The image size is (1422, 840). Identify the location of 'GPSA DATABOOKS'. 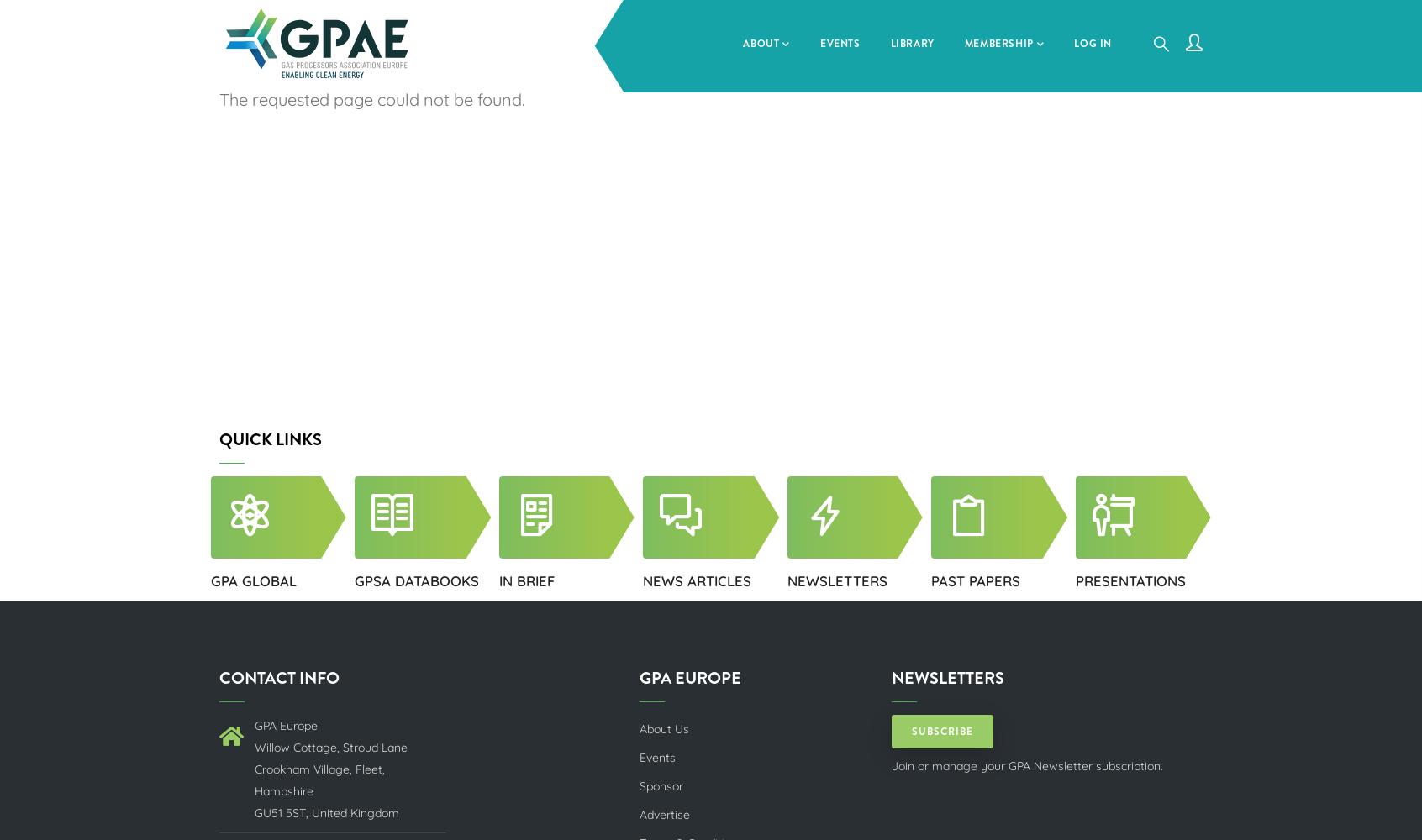
(416, 580).